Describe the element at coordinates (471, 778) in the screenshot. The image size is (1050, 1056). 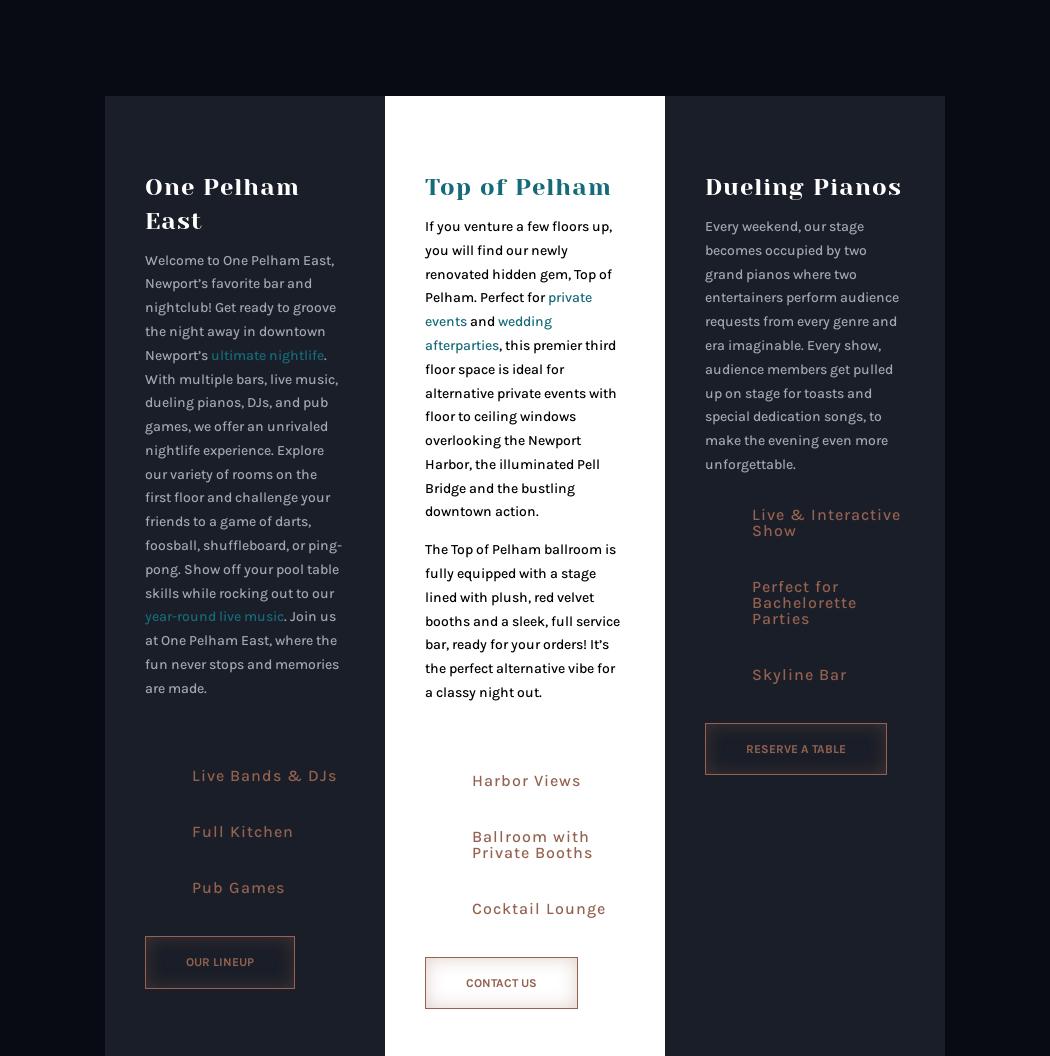
I see `'Harbor Views'` at that location.